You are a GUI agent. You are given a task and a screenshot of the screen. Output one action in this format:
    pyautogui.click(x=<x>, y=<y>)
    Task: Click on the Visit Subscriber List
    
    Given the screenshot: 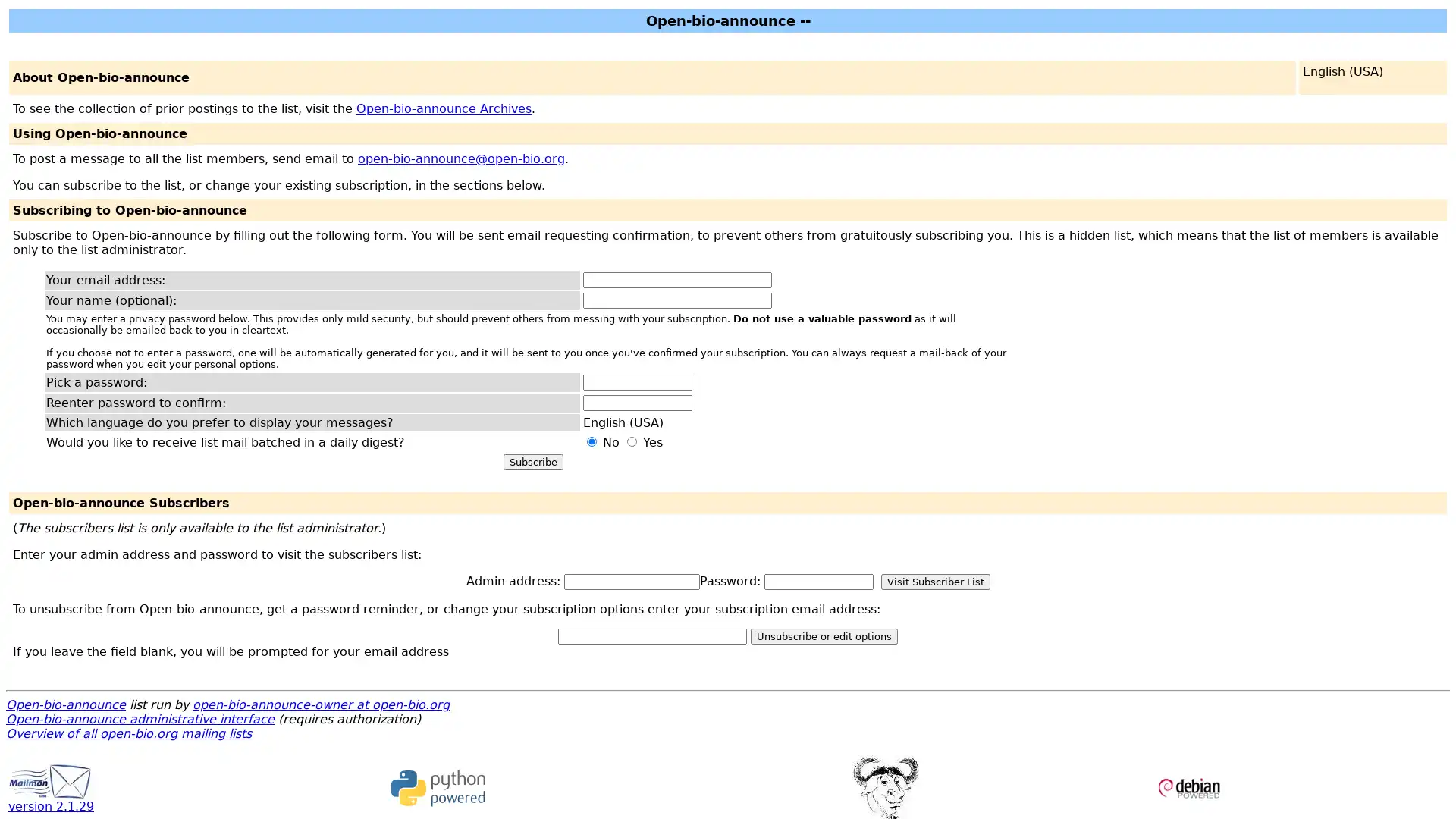 What is the action you would take?
    pyautogui.click(x=934, y=581)
    